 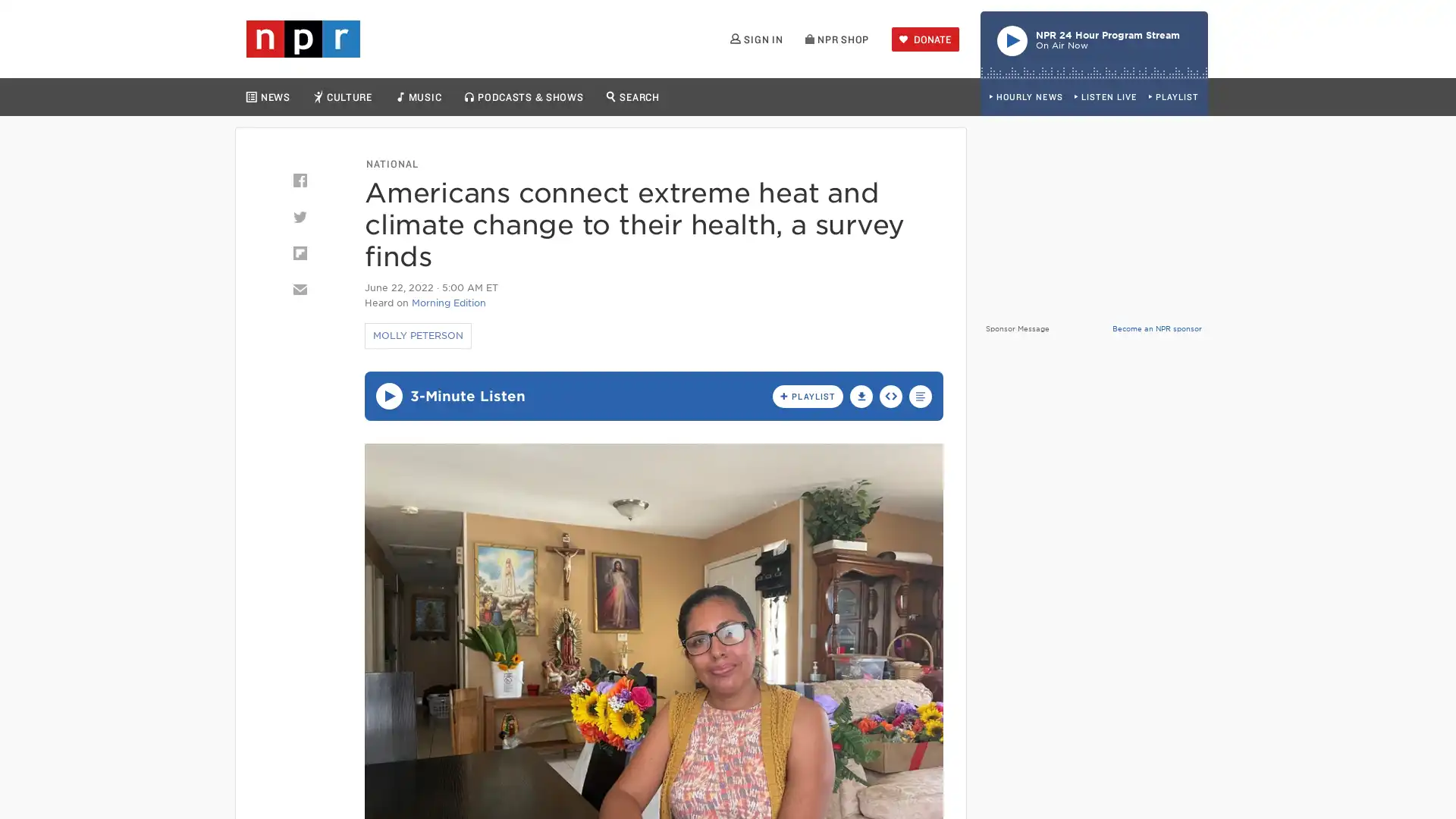 I want to click on LISTEN LIVE, so click(x=1105, y=97).